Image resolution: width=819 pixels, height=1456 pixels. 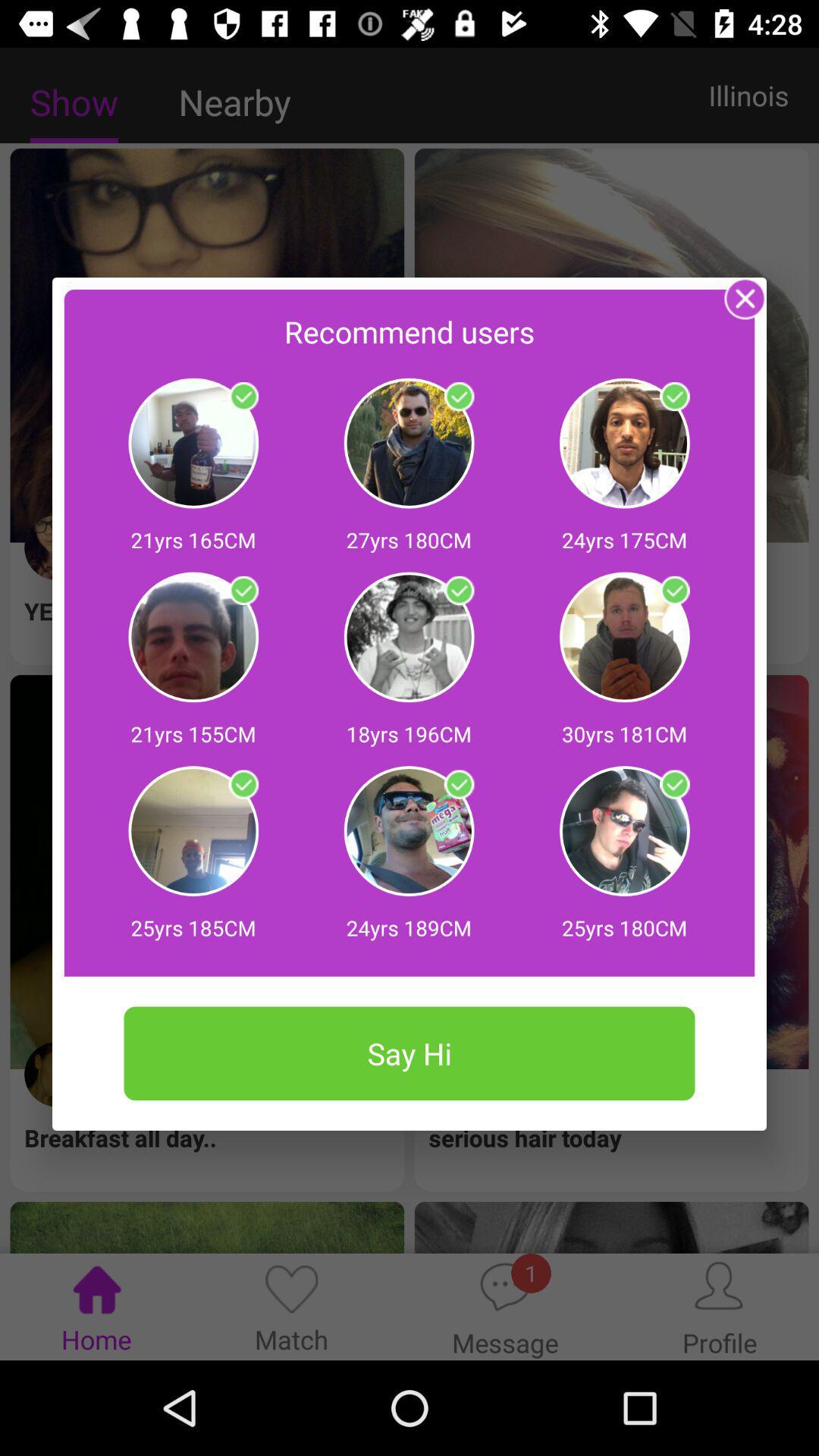 I want to click on window, so click(x=745, y=298).